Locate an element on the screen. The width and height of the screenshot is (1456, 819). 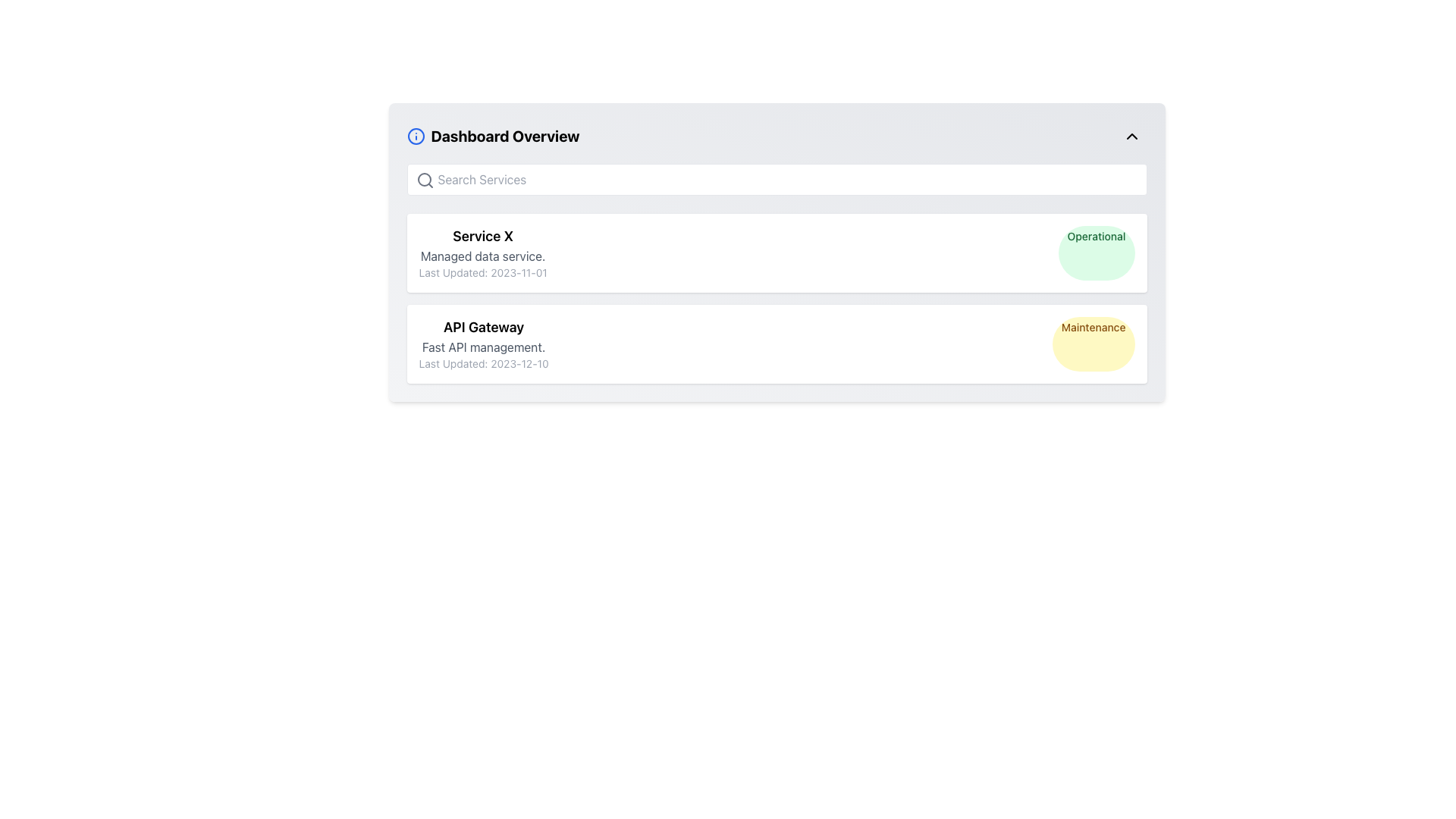
the 'Dashboard Overview' label that features a blue circle with an information icon and bold black text, located near the top-left corner of the interface is located at coordinates (493, 136).